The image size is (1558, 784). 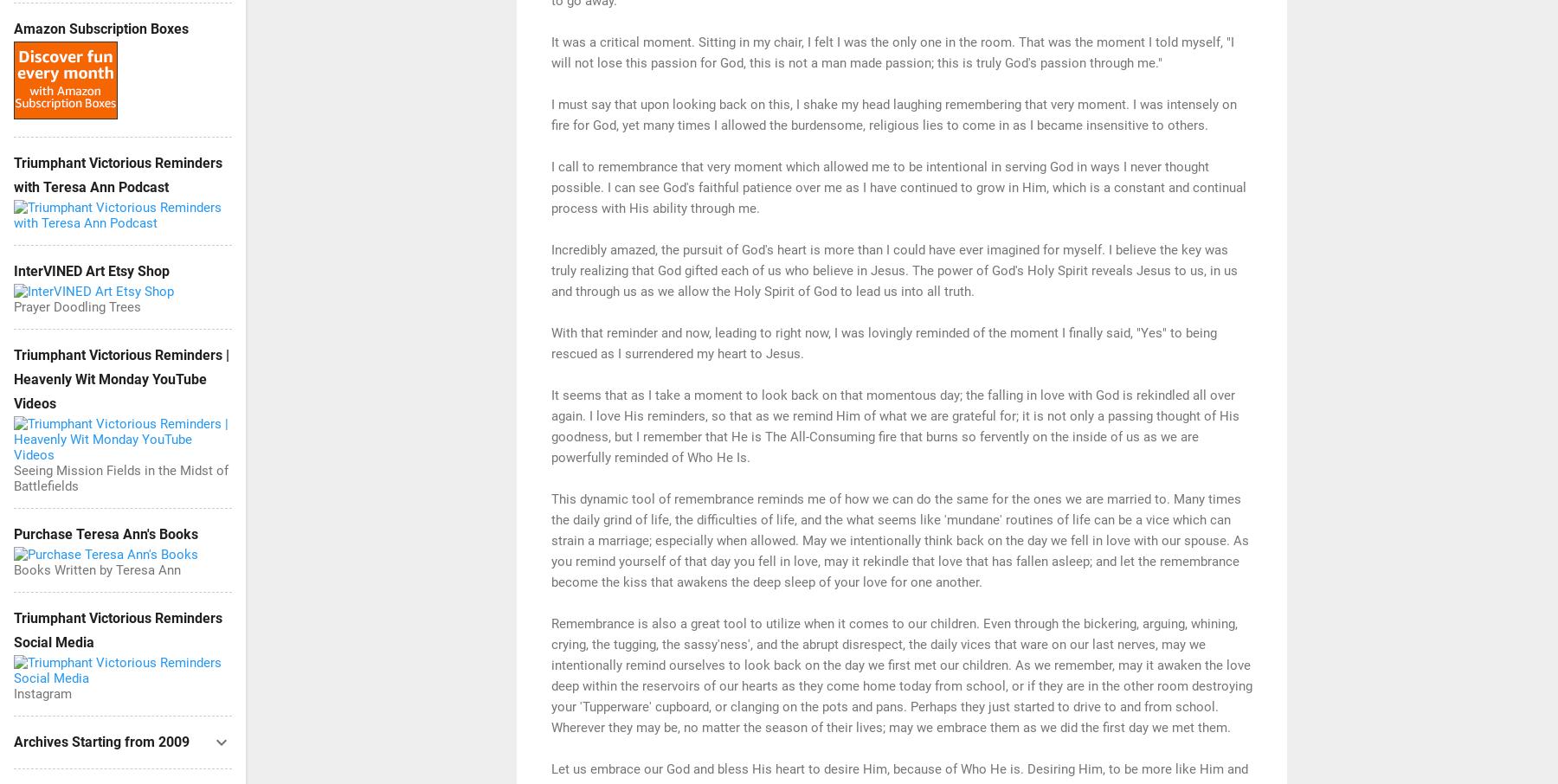 I want to click on 'It seems that as I take a moment to look back on that momentous day; the falling in love with God is rekindled all over again.  I love His reminders, so that as we remind Him of what we are grateful for; it is not only a passing thought of His goodness, but I remember that He is The All-Consuming fire that burns so fervently on the inside of us as we are powerfully reminded of Who He Is.', so click(x=895, y=424).